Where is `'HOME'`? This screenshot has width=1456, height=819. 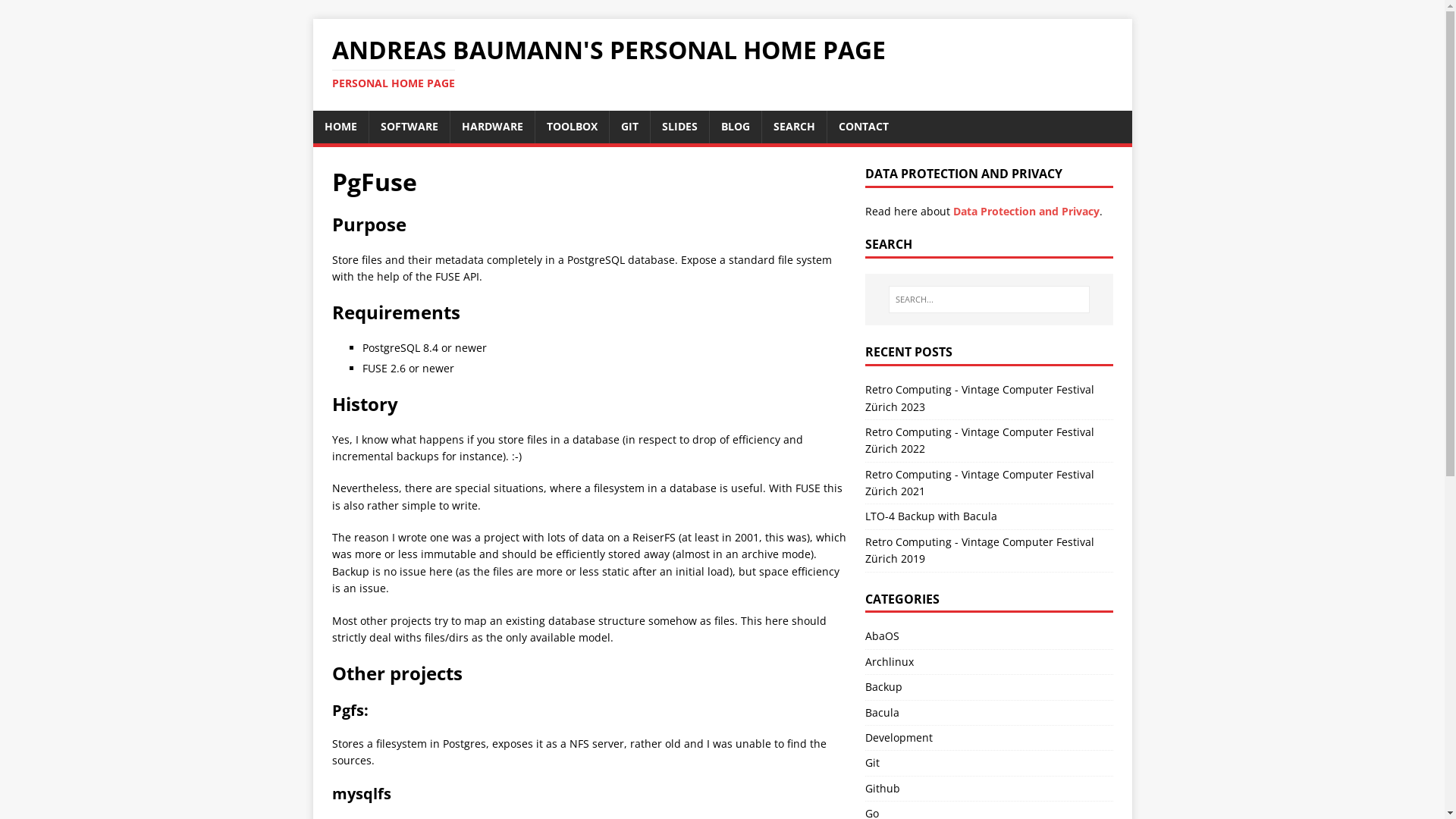
'HOME' is located at coordinates (339, 125).